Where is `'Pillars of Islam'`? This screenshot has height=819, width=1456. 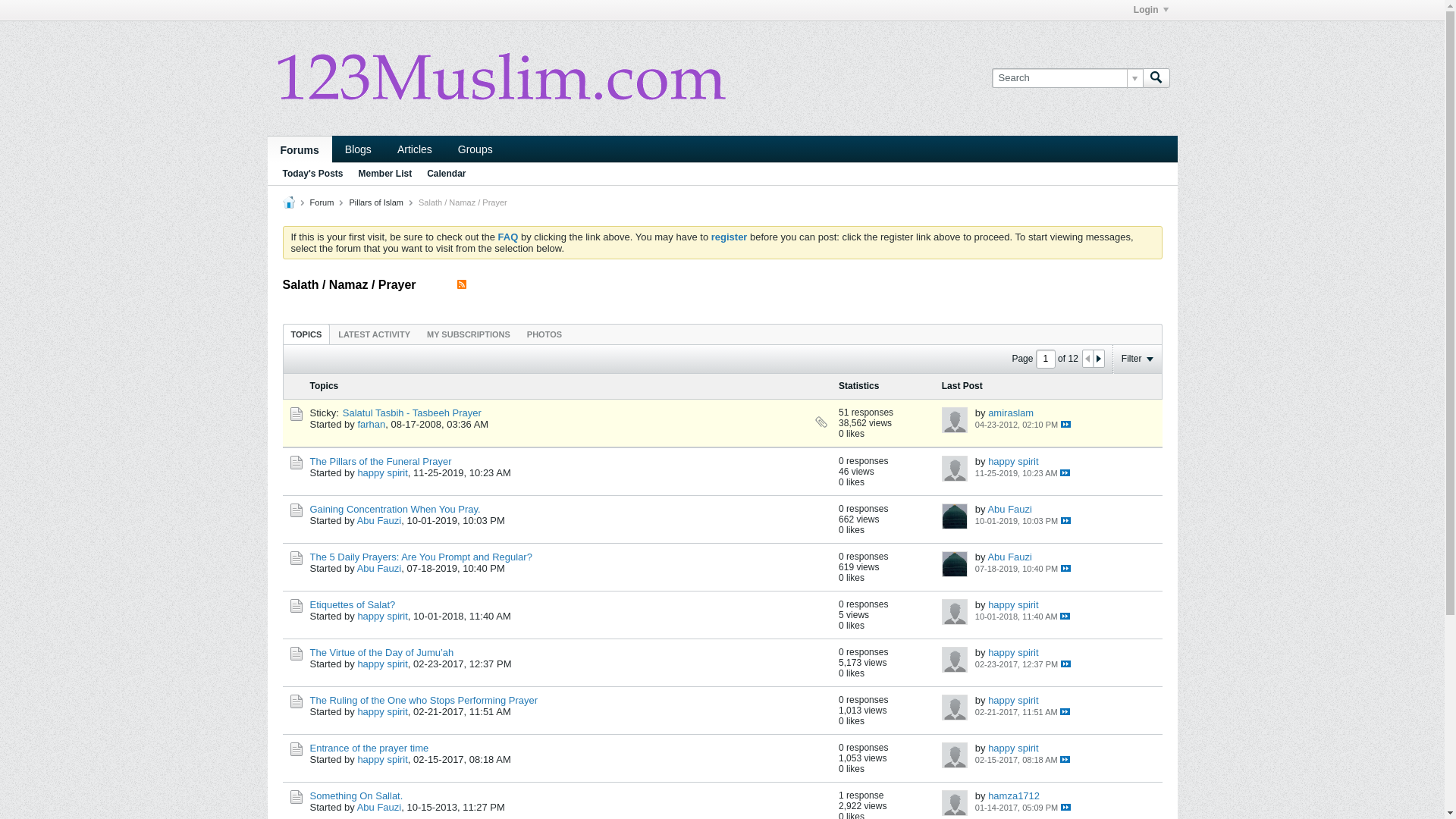
'Pillars of Islam' is located at coordinates (348, 201).